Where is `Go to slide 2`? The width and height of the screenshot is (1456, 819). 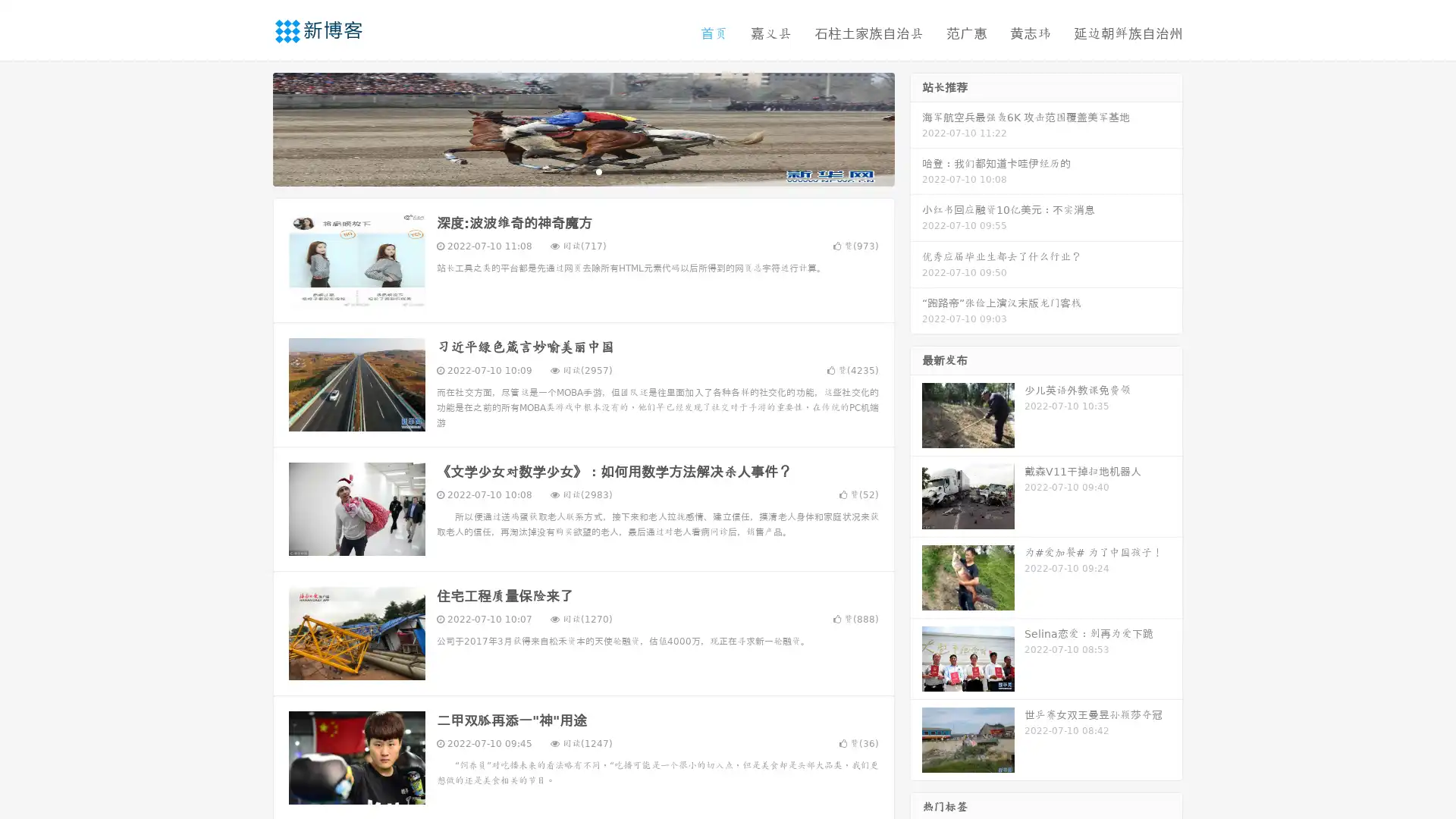 Go to slide 2 is located at coordinates (582, 171).